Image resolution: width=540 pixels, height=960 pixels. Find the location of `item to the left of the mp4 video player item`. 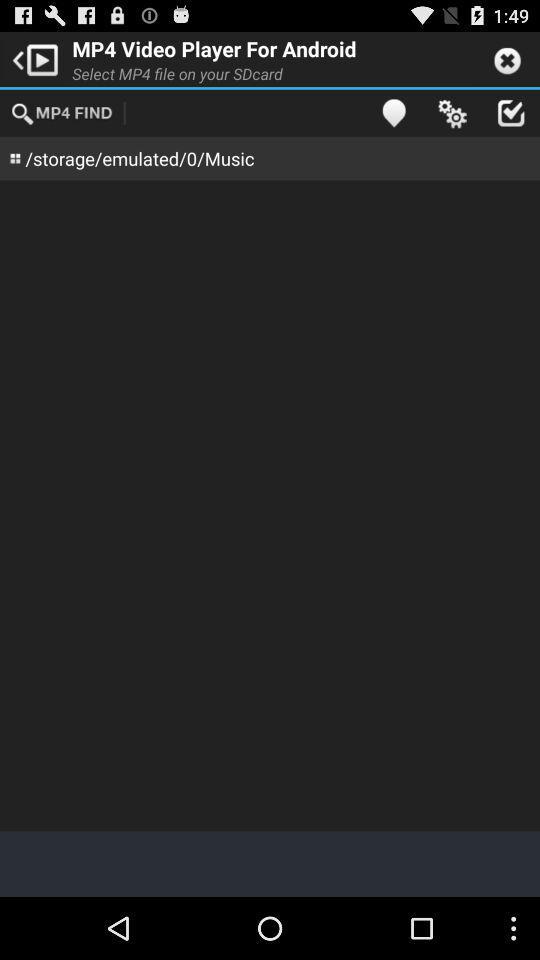

item to the left of the mp4 video player item is located at coordinates (31, 57).